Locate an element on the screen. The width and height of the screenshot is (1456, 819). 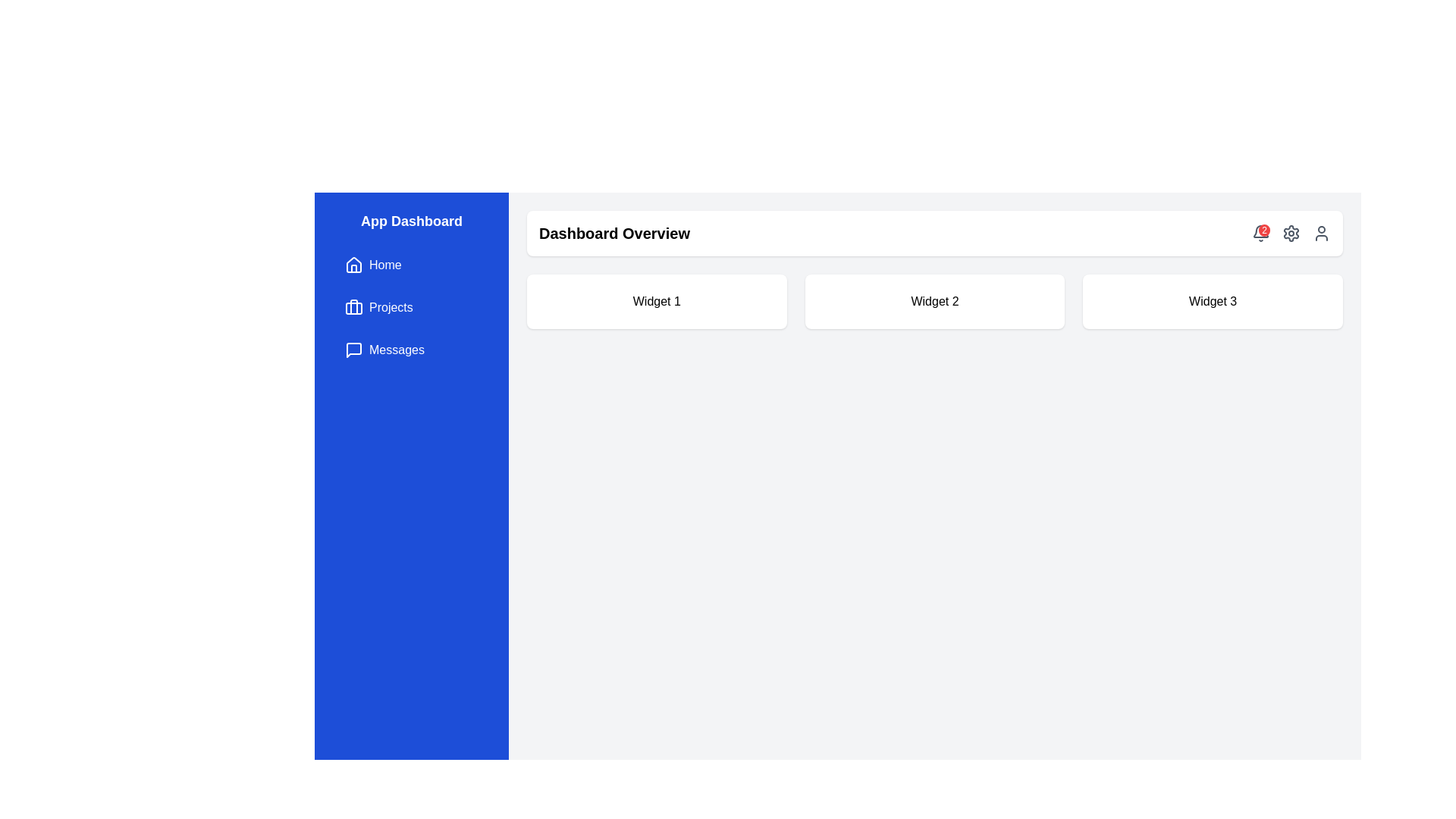
the gear-shaped configuration icon located on the top navigation bar is located at coordinates (1291, 234).